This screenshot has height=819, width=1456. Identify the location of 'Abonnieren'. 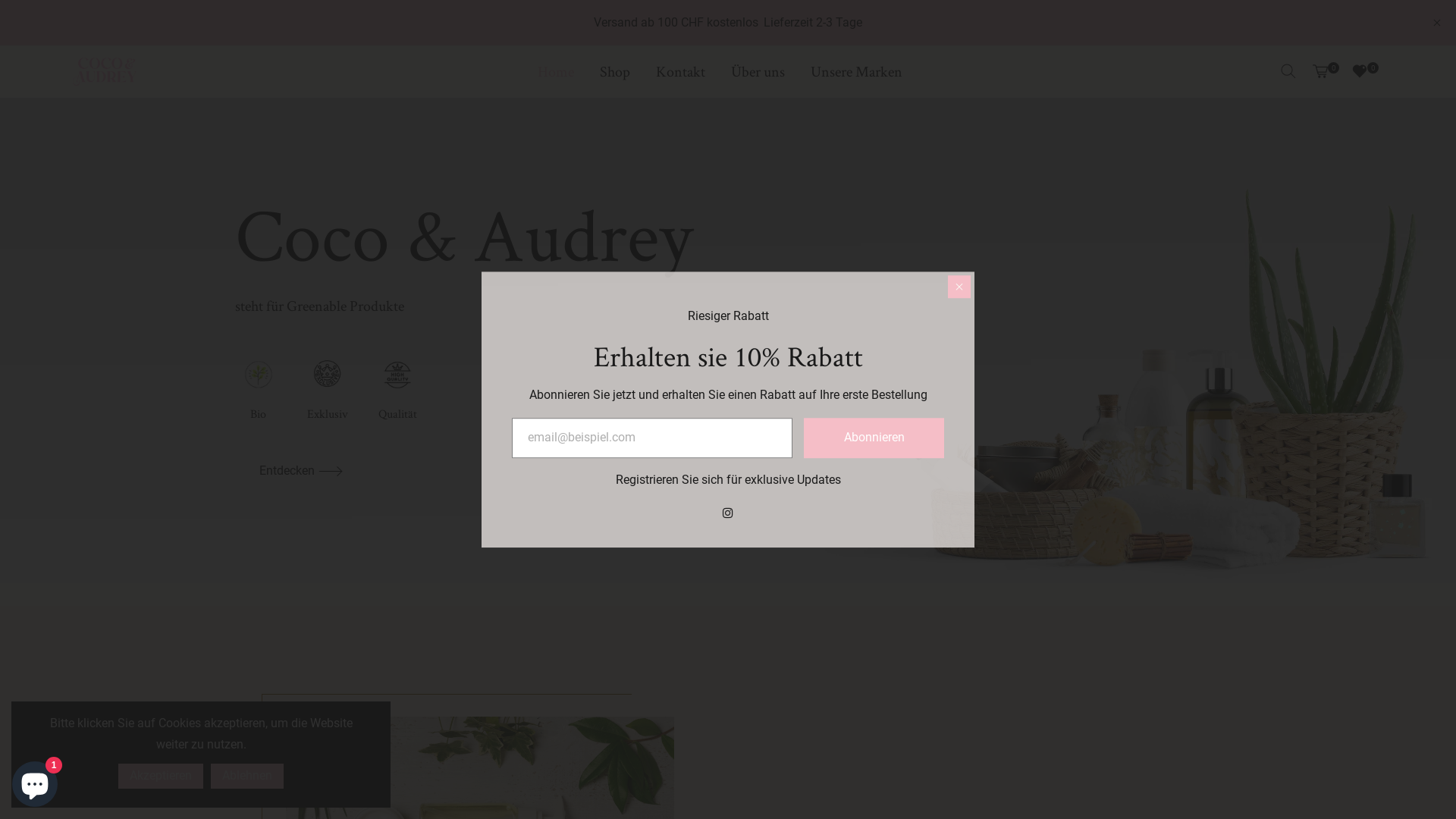
(874, 438).